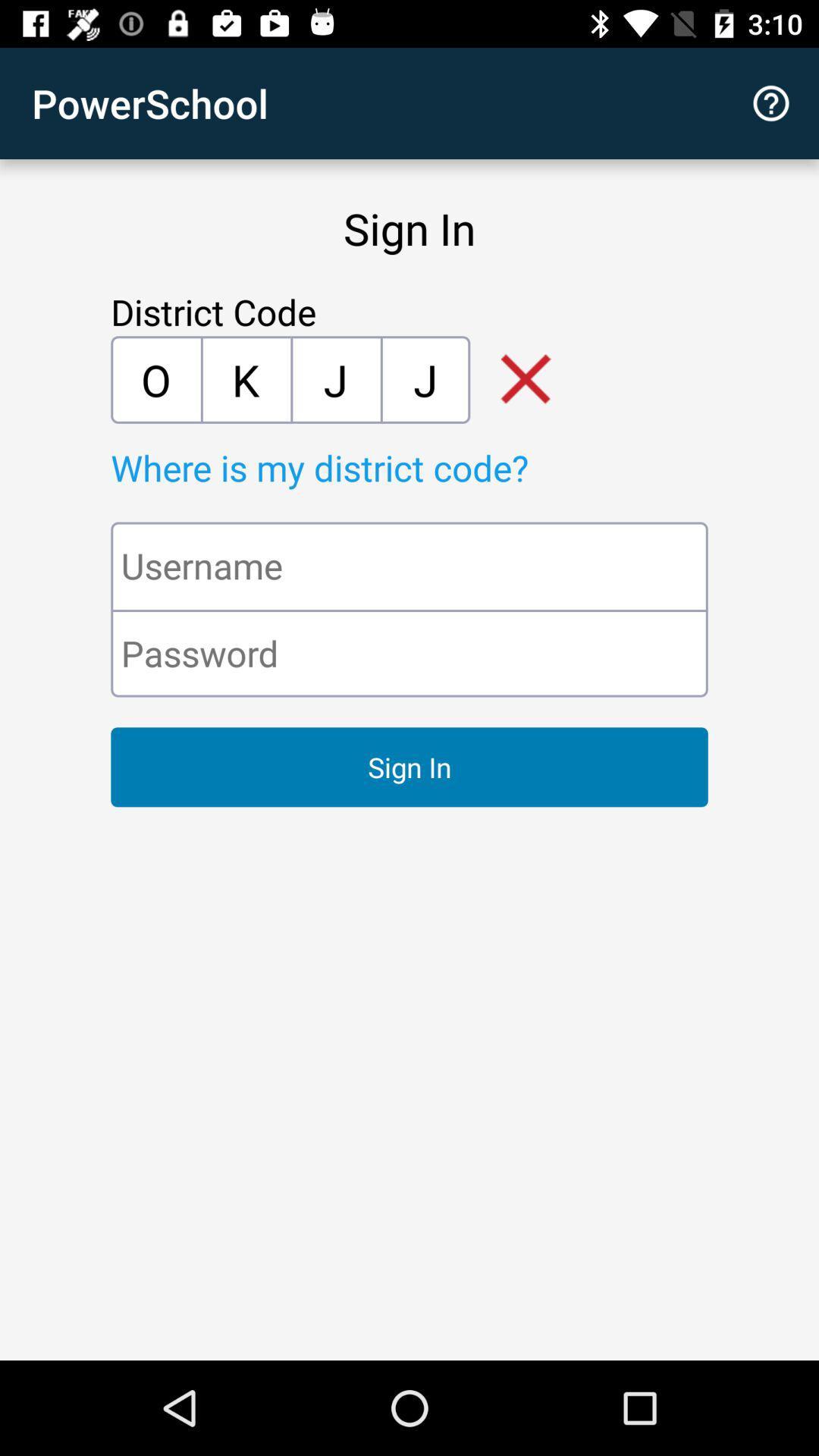 This screenshot has height=1456, width=819. What do you see at coordinates (514, 379) in the screenshot?
I see `cross icon` at bounding box center [514, 379].